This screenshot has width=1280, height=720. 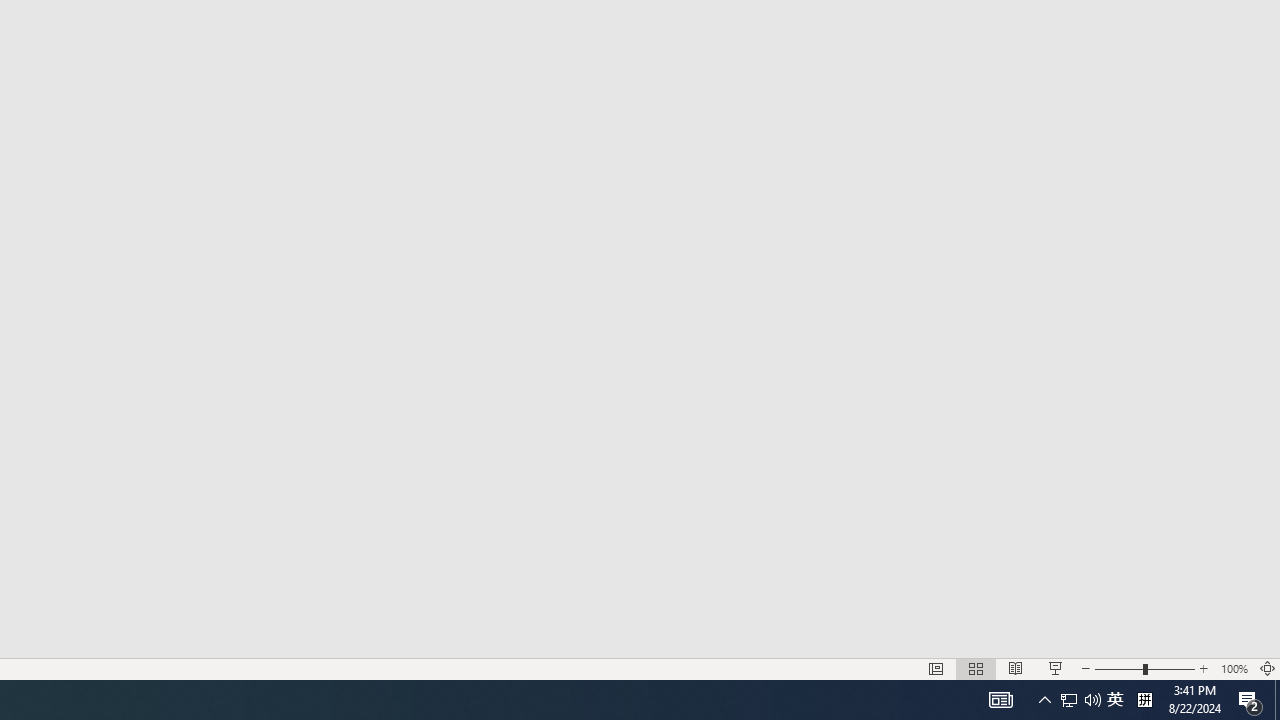 What do you see at coordinates (1233, 669) in the screenshot?
I see `'Zoom 100%'` at bounding box center [1233, 669].